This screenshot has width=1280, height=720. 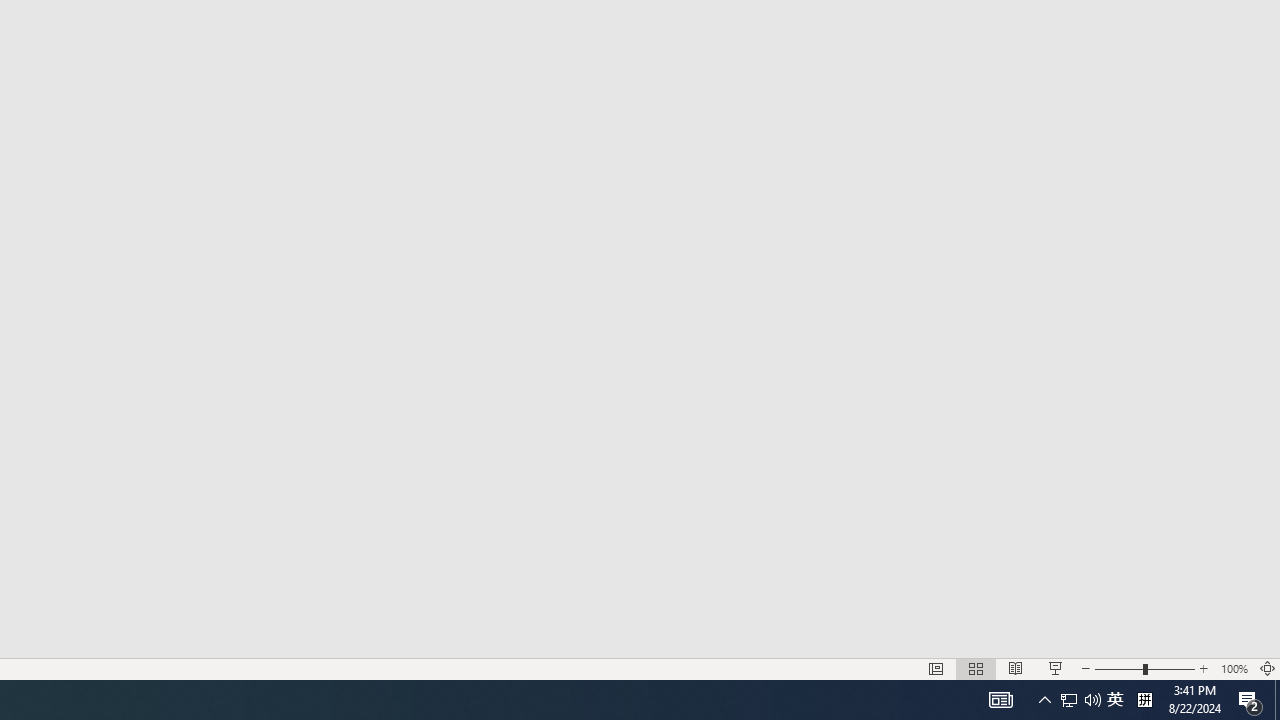 What do you see at coordinates (1233, 669) in the screenshot?
I see `'Zoom 100%'` at bounding box center [1233, 669].